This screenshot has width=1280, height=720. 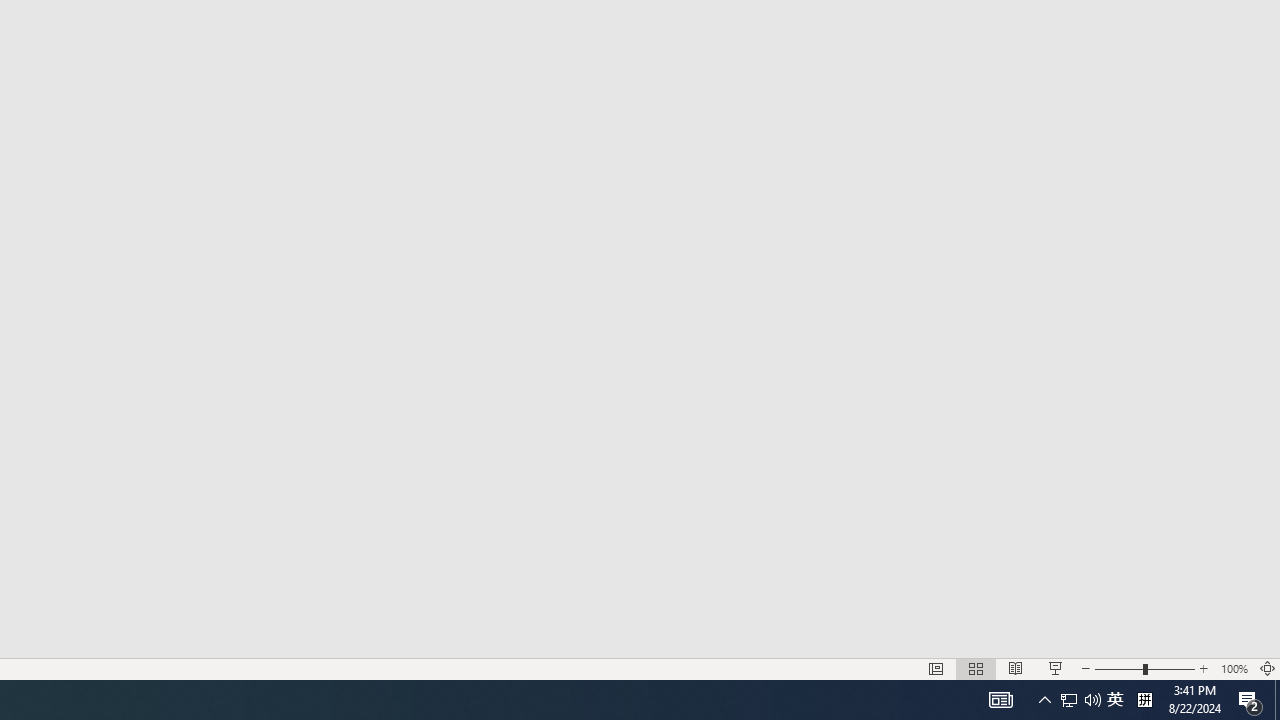 What do you see at coordinates (1233, 669) in the screenshot?
I see `'Zoom 100%'` at bounding box center [1233, 669].